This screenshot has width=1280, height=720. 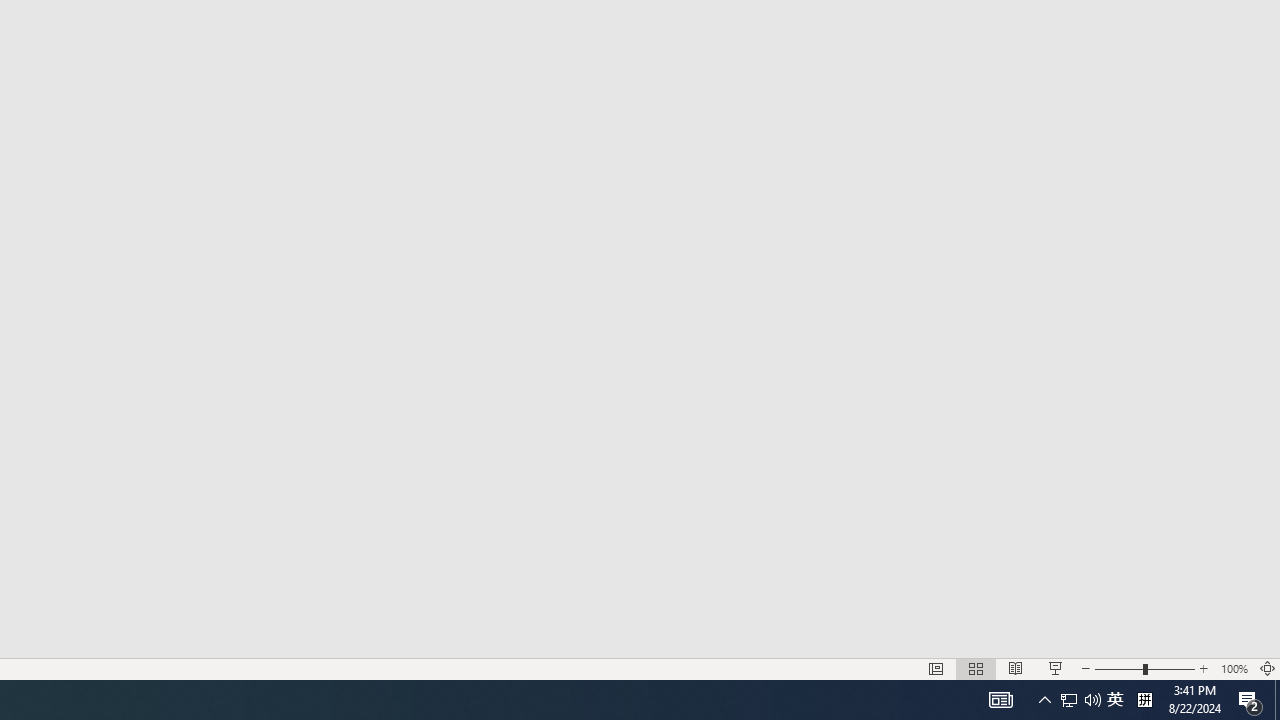 What do you see at coordinates (1233, 669) in the screenshot?
I see `'Zoom 100%'` at bounding box center [1233, 669].